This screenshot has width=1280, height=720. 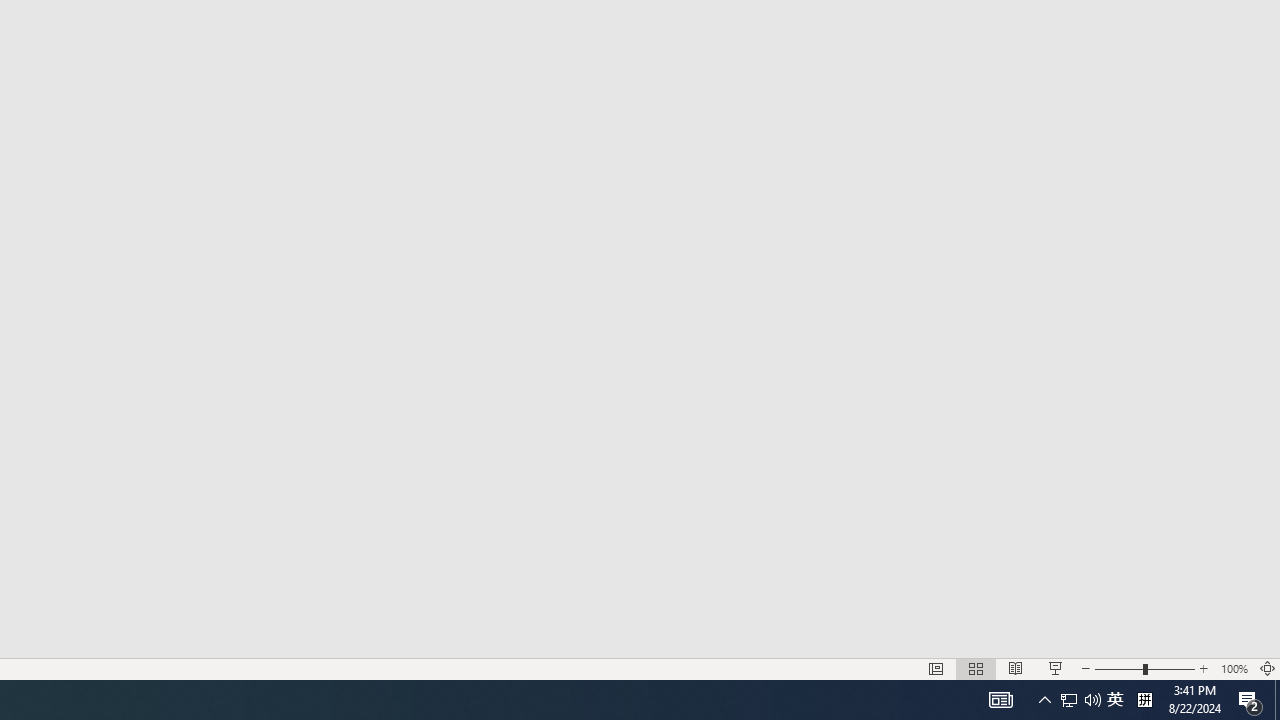 What do you see at coordinates (1233, 669) in the screenshot?
I see `'Zoom 100%'` at bounding box center [1233, 669].